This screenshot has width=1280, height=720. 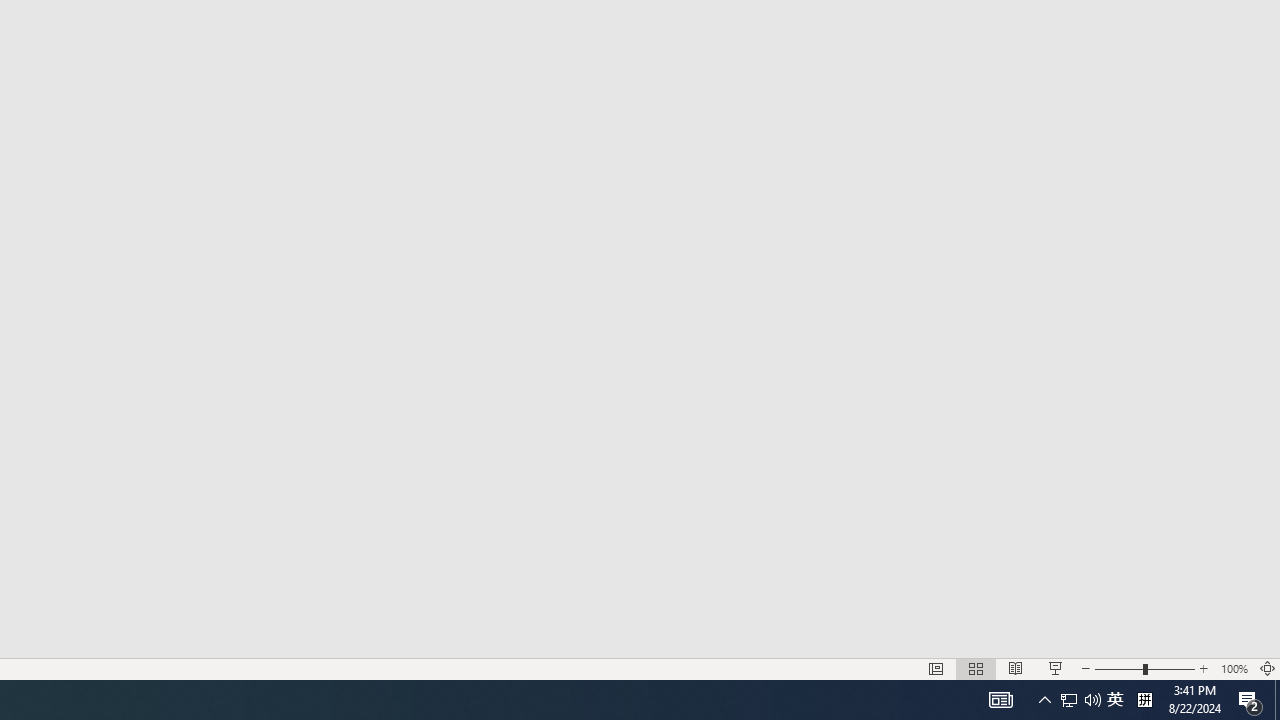 What do you see at coordinates (1233, 669) in the screenshot?
I see `'Zoom 100%'` at bounding box center [1233, 669].